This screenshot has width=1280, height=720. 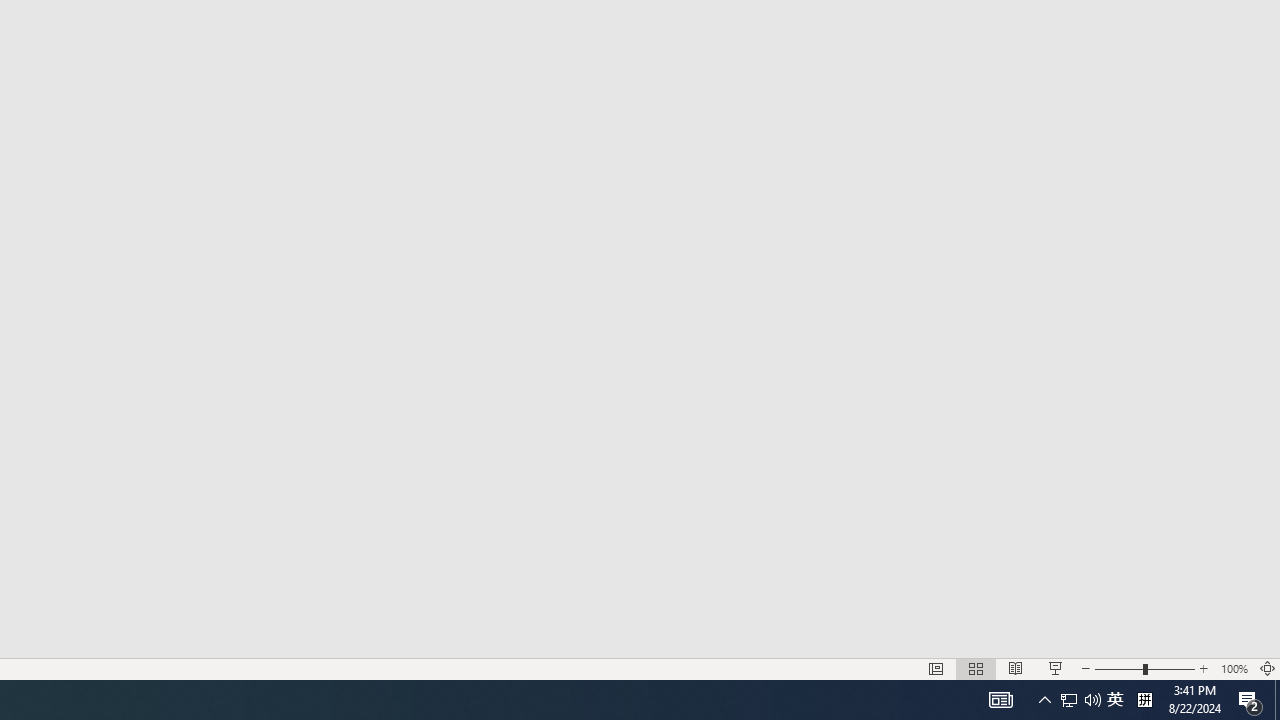 What do you see at coordinates (1233, 669) in the screenshot?
I see `'Zoom 100%'` at bounding box center [1233, 669].